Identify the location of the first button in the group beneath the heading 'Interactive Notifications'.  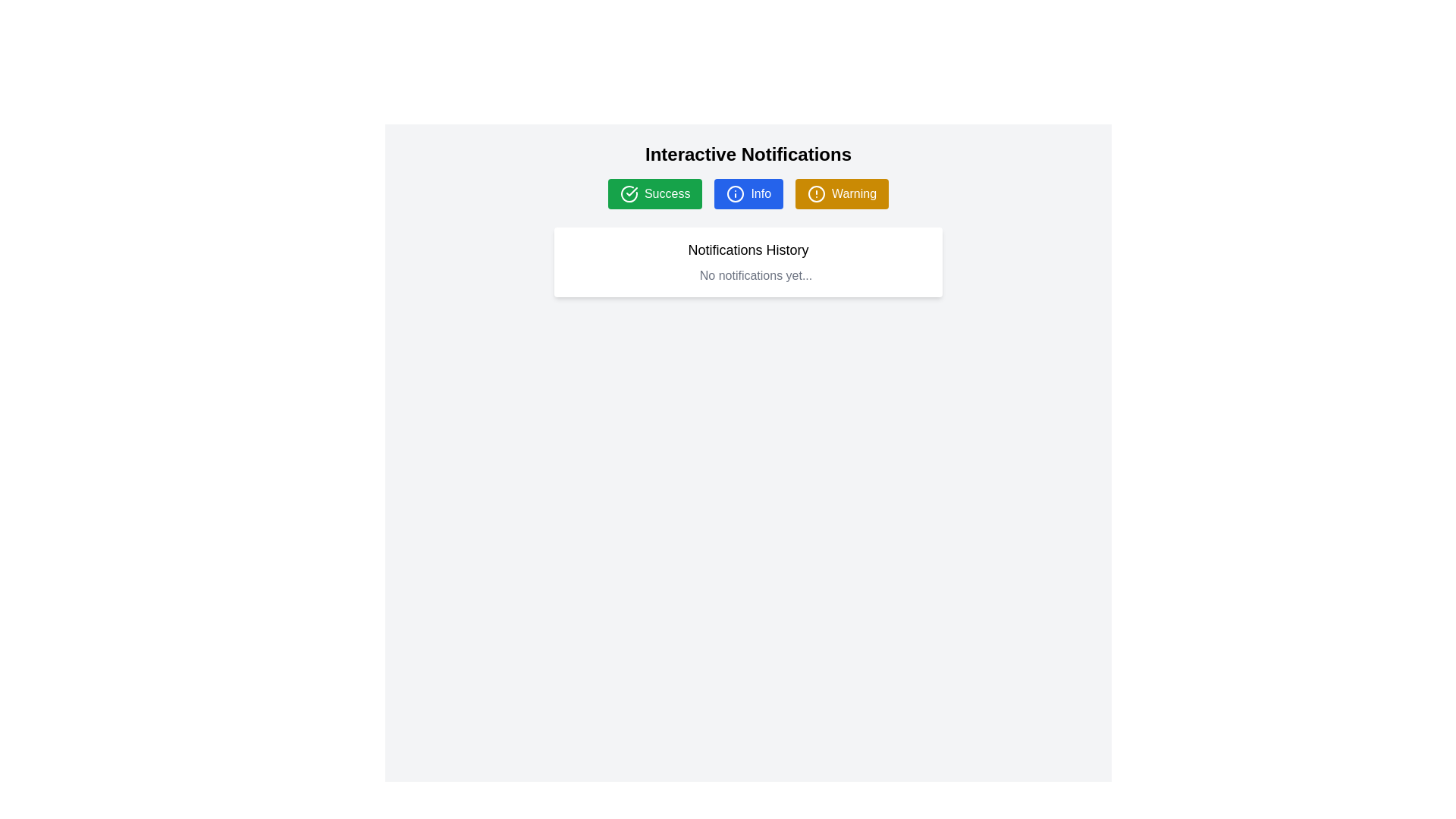
(655, 193).